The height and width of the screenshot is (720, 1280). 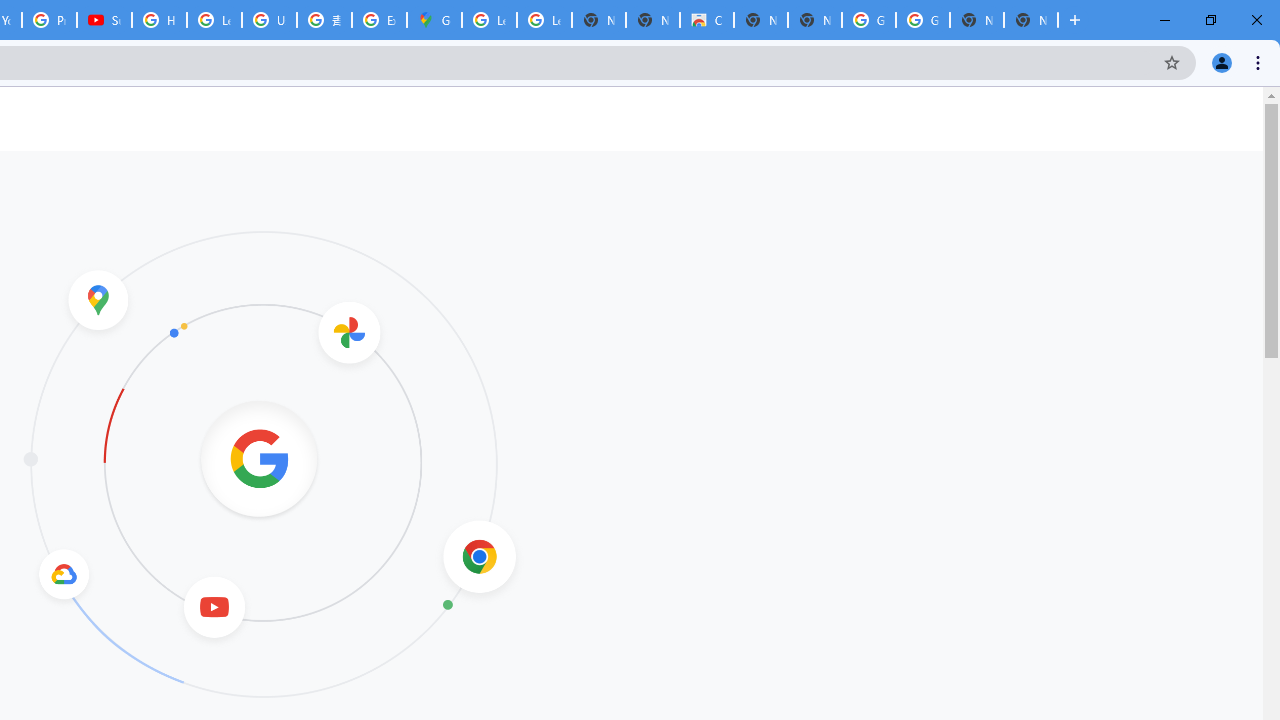 What do you see at coordinates (869, 20) in the screenshot?
I see `'Google Images'` at bounding box center [869, 20].